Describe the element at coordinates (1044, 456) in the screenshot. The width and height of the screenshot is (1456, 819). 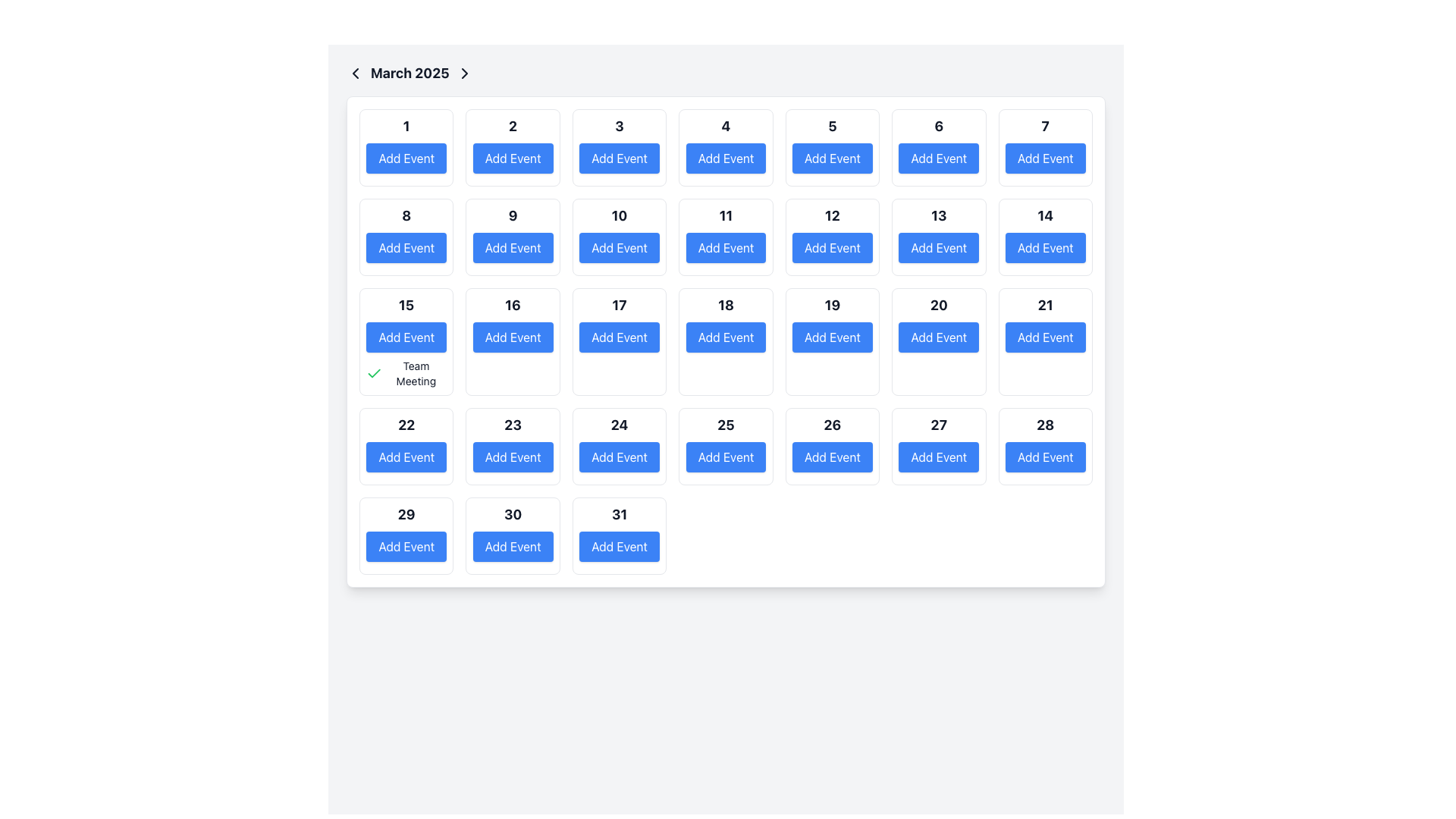
I see `the blue 'Add Event' button located in the bottom-right corner of the calendar grid for March 2025, under the date '28', to initiate adding an event` at that location.